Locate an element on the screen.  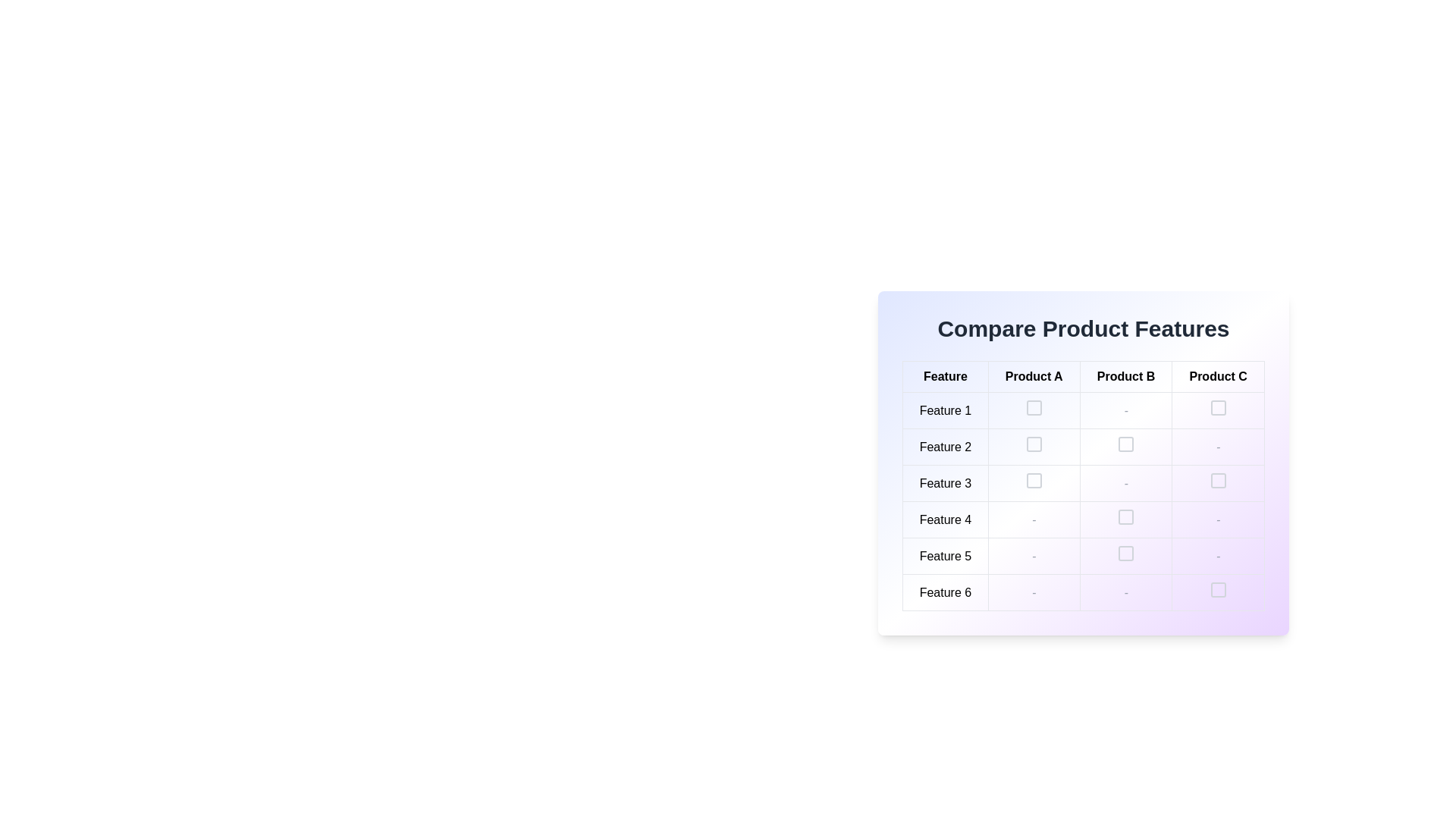
the table cell in the fifth row and third column of the 'Compare Product Features' table, which indicates the absence of a feature or data is located at coordinates (1033, 556).